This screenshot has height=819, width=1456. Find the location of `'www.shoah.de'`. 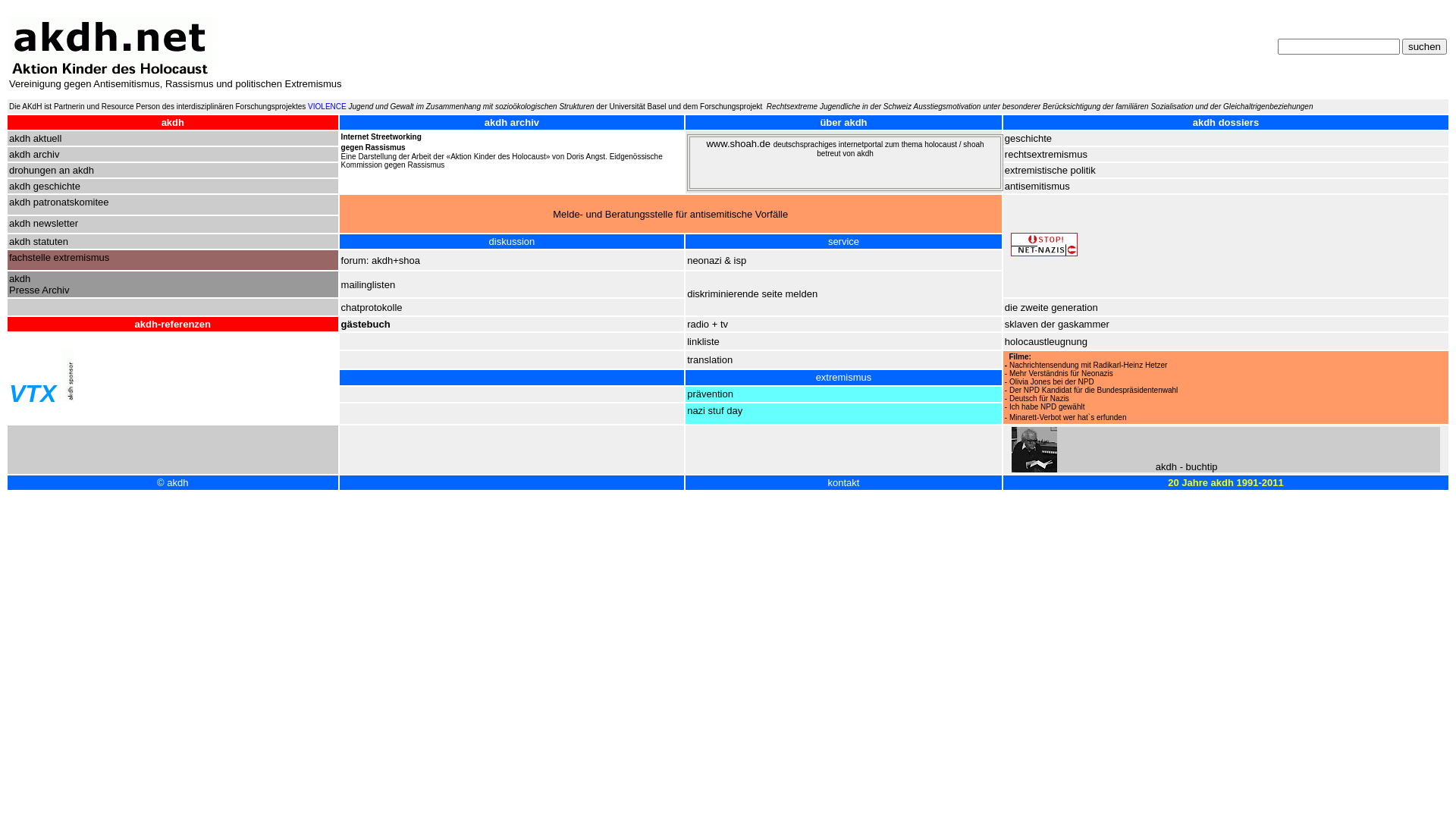

'www.shoah.de' is located at coordinates (739, 143).